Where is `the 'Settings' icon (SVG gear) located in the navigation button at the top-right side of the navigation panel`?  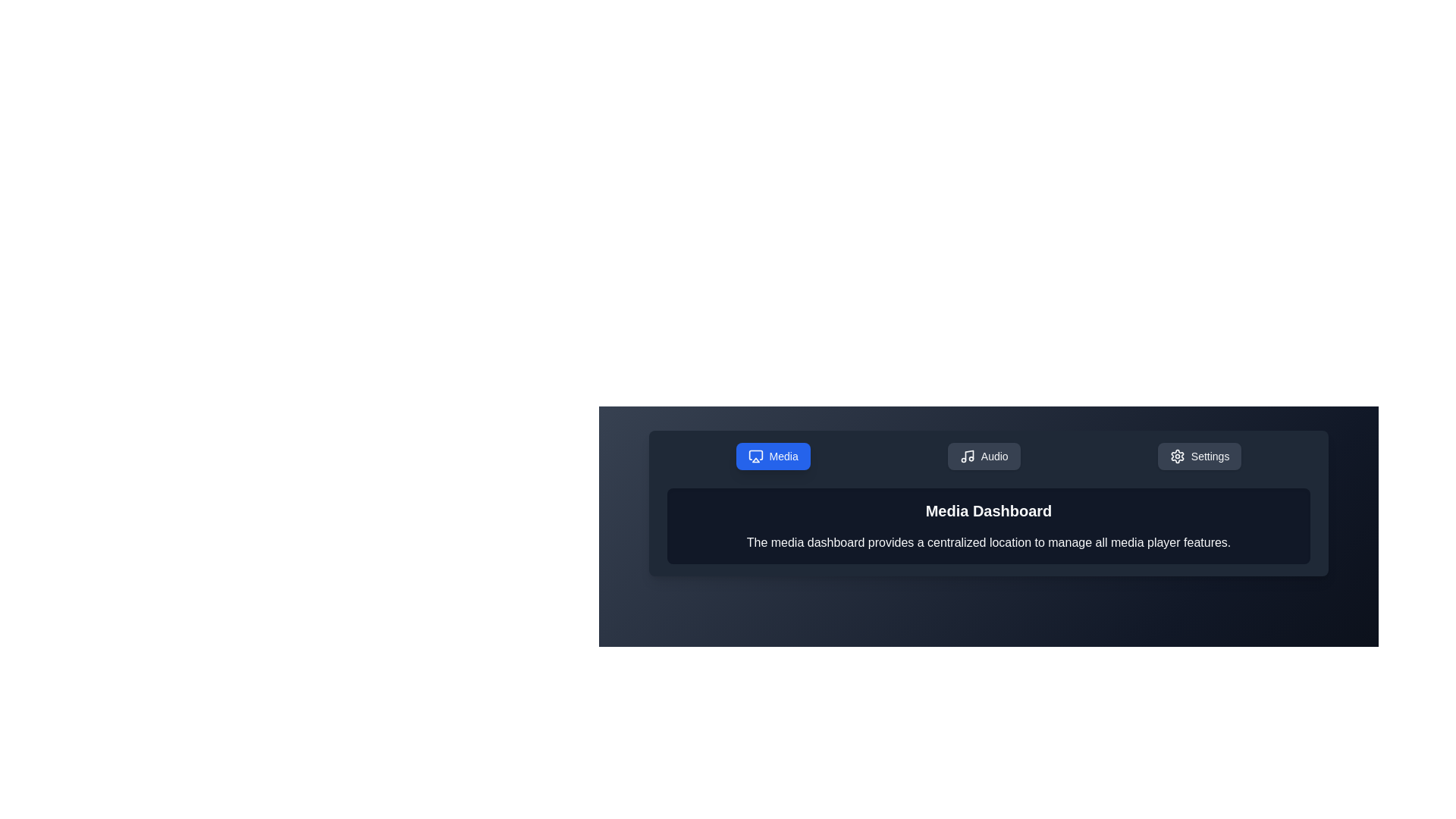
the 'Settings' icon (SVG gear) located in the navigation button at the top-right side of the navigation panel is located at coordinates (1176, 455).